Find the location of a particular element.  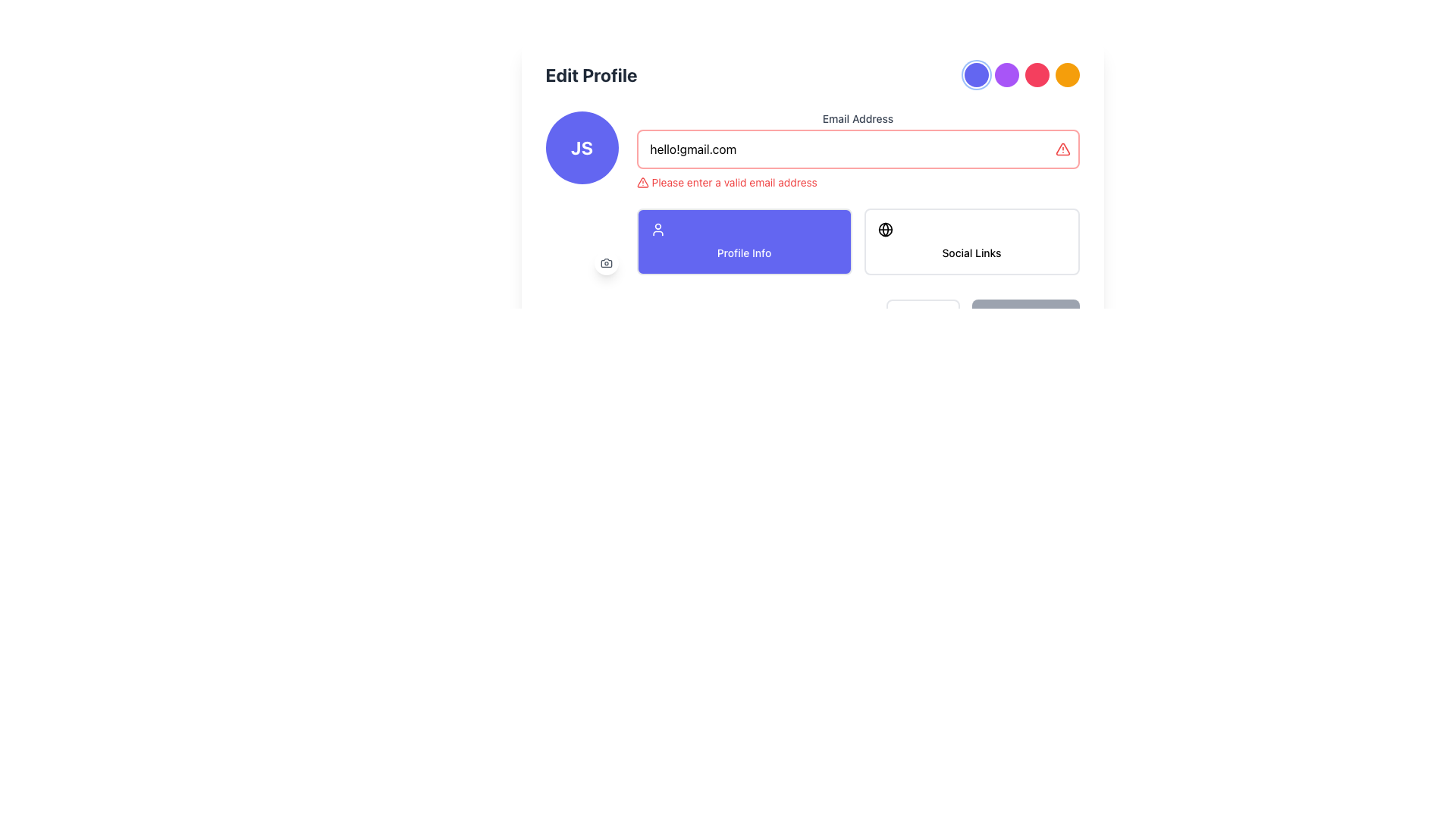

the circular button at the bottom-right corner of the profile avatar is located at coordinates (605, 262).